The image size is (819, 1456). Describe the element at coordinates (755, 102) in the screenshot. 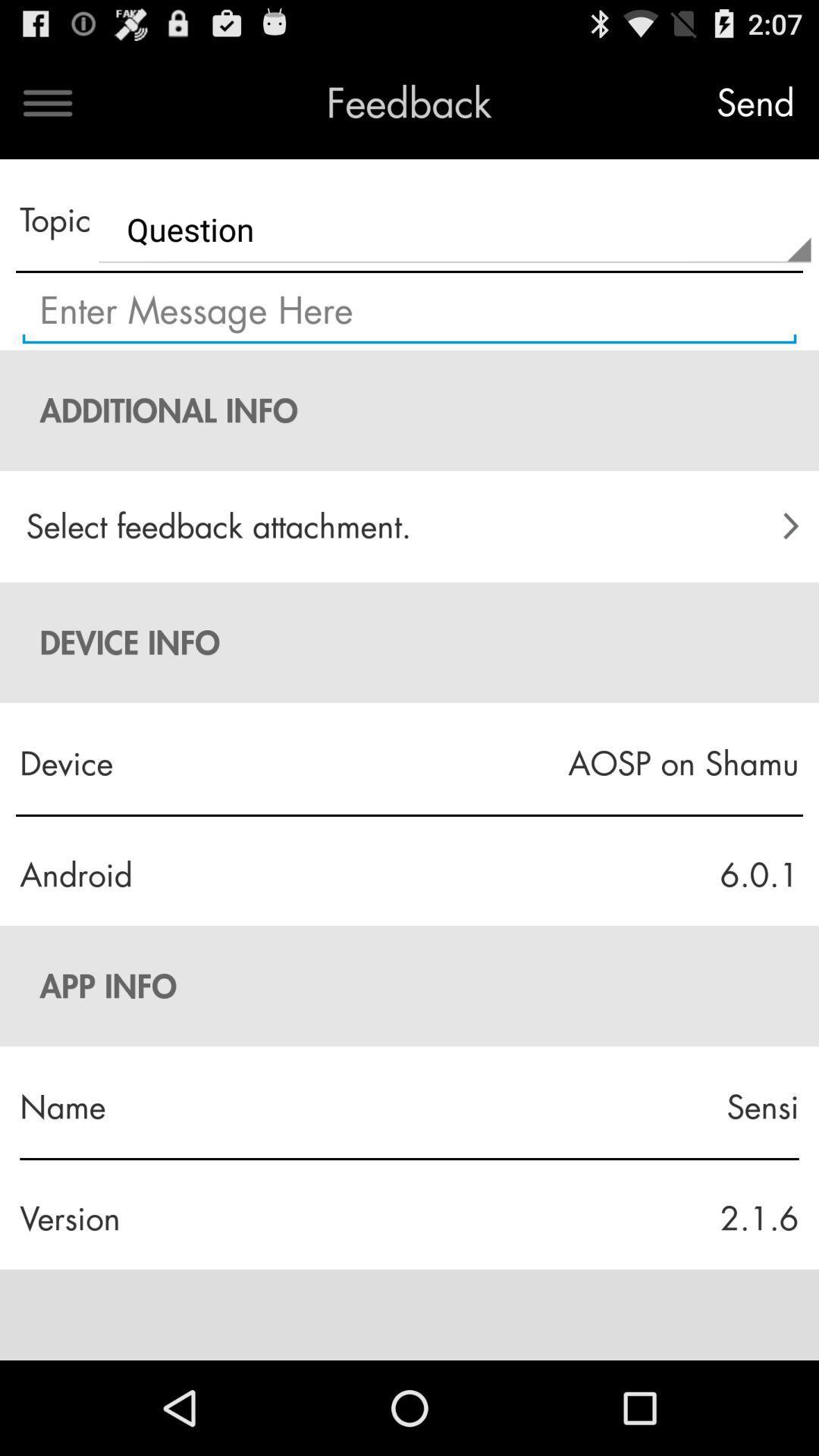

I see `the item at the top right corner` at that location.